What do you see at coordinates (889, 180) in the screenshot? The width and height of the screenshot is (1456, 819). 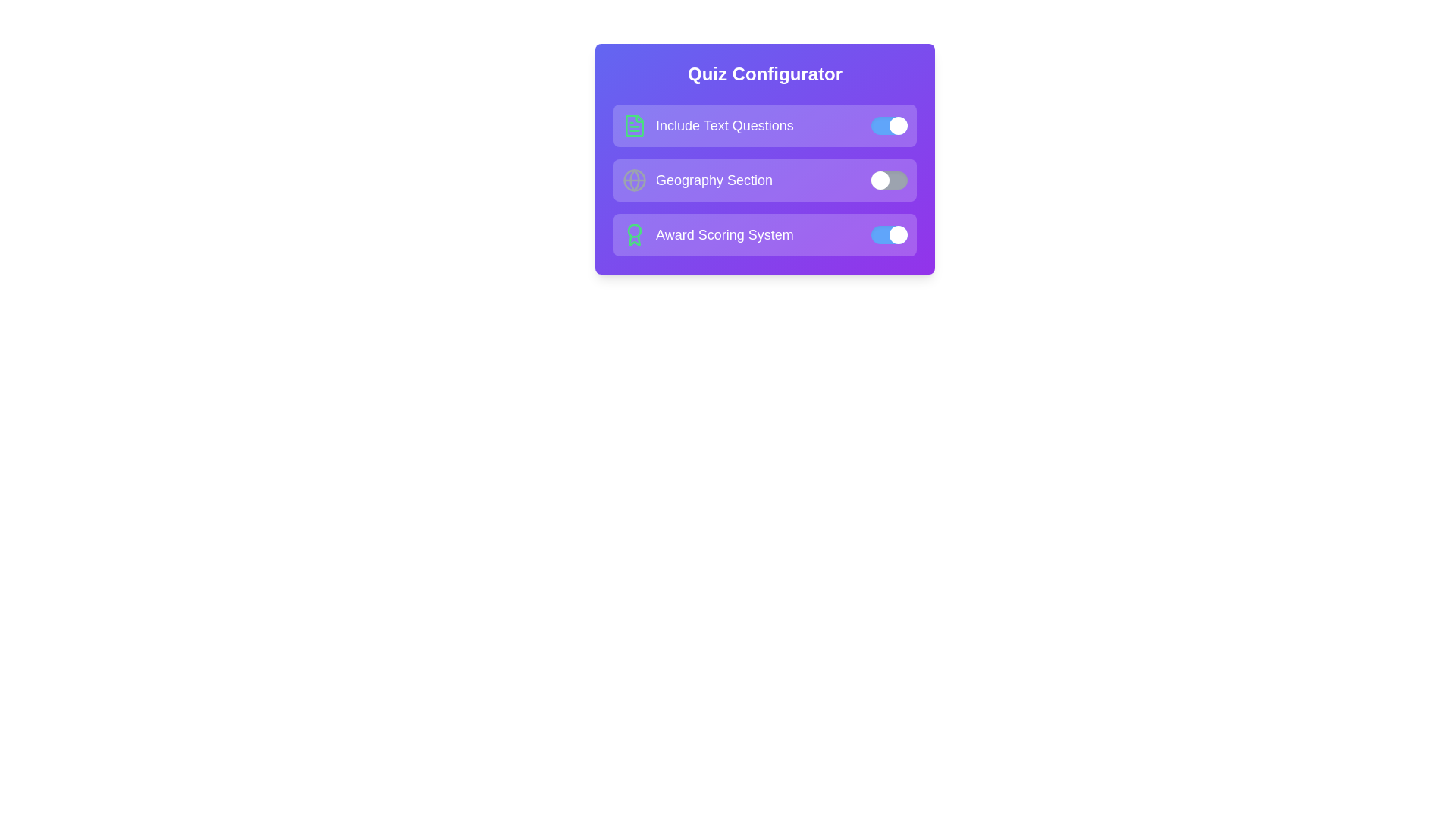 I see `the toggle switch for the 'Geography Section' option` at bounding box center [889, 180].